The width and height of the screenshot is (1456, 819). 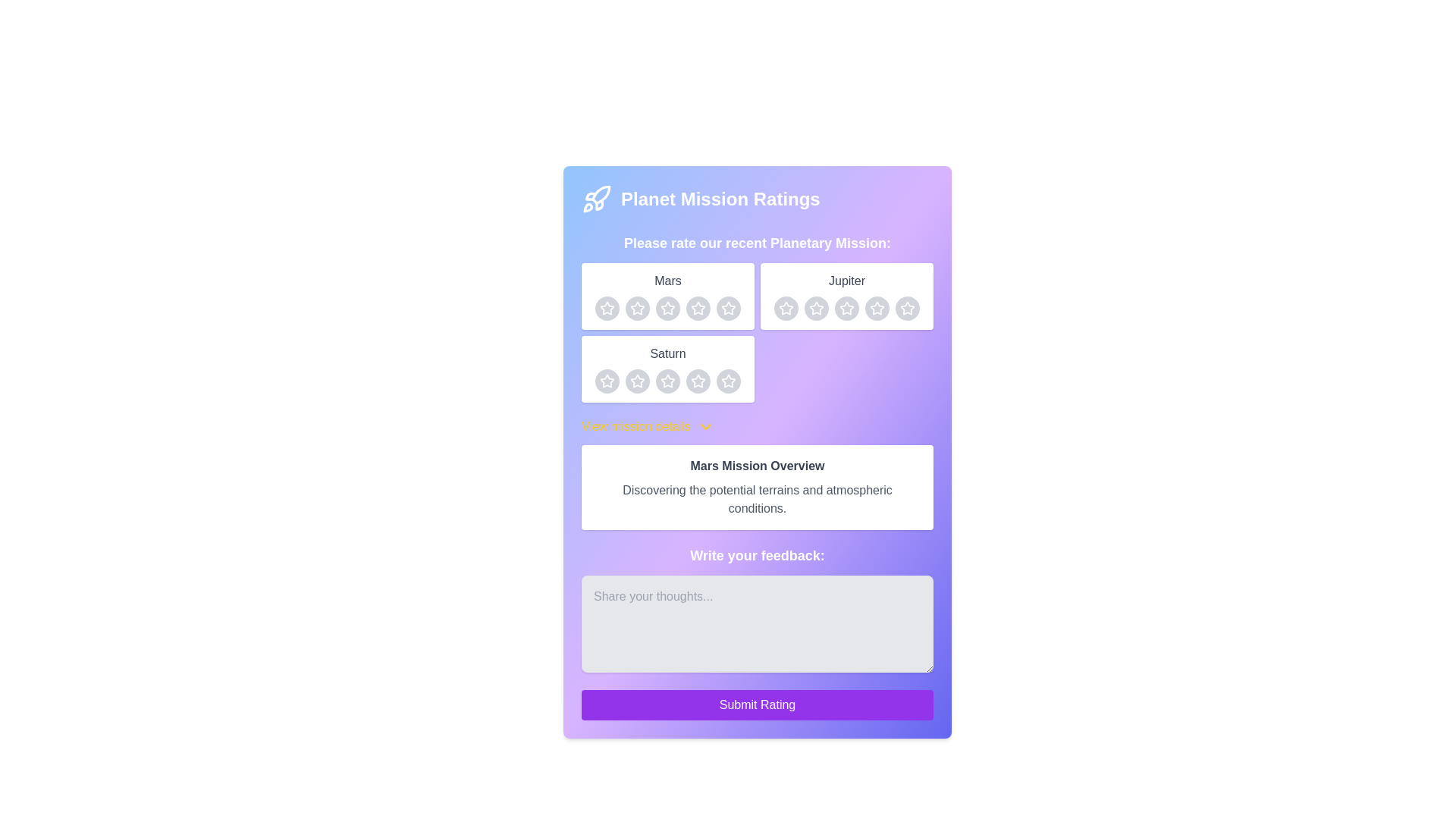 What do you see at coordinates (815, 308) in the screenshot?
I see `the third five-pointed star icon in the rating section under the 'Jupiter' label for a detailed view` at bounding box center [815, 308].